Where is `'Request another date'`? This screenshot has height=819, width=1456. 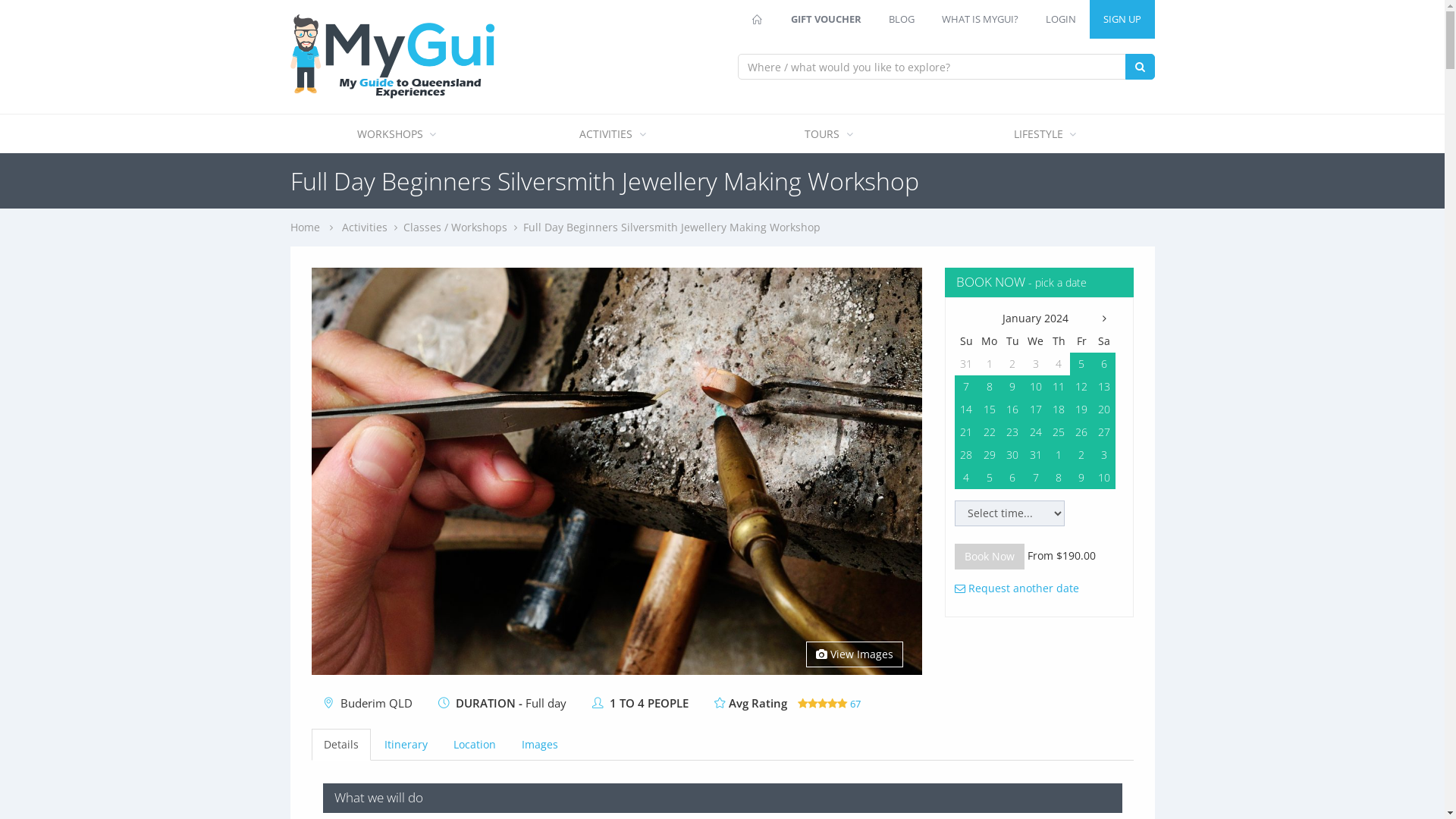 'Request another date' is located at coordinates (1016, 587).